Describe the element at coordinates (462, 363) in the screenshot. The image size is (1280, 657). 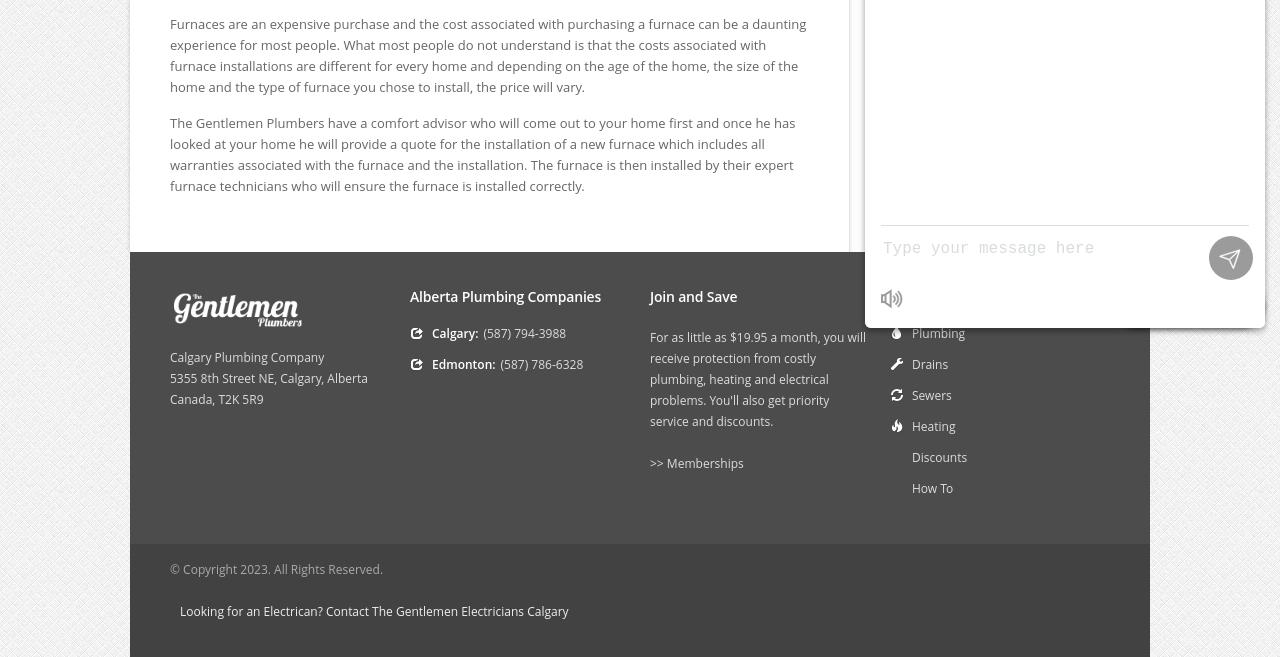
I see `'Edmonton:'` at that location.